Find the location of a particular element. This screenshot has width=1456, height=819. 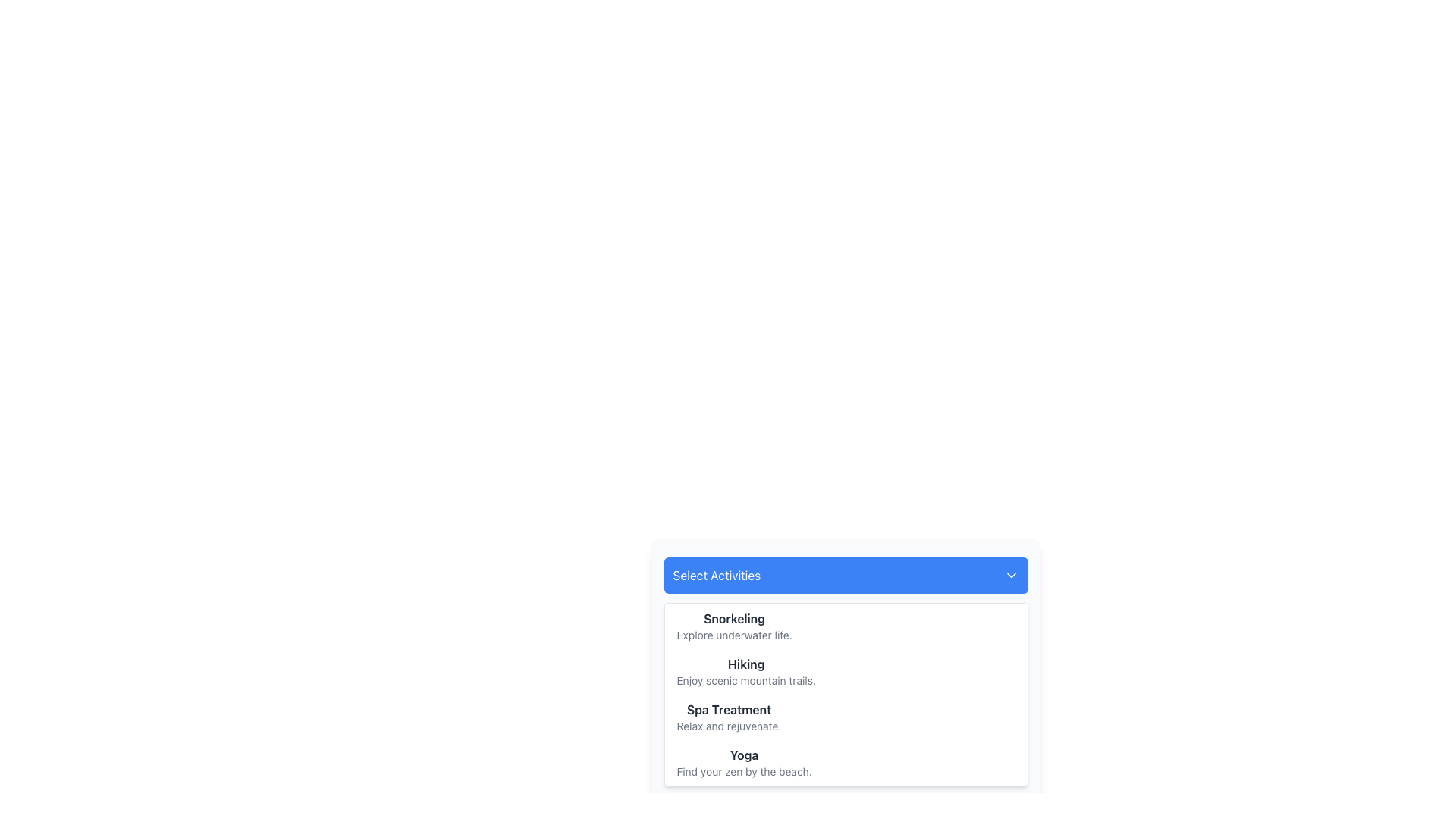

text element that displays 'Snorkeling' in bold, located under the blue header 'Select Activities' is located at coordinates (734, 619).